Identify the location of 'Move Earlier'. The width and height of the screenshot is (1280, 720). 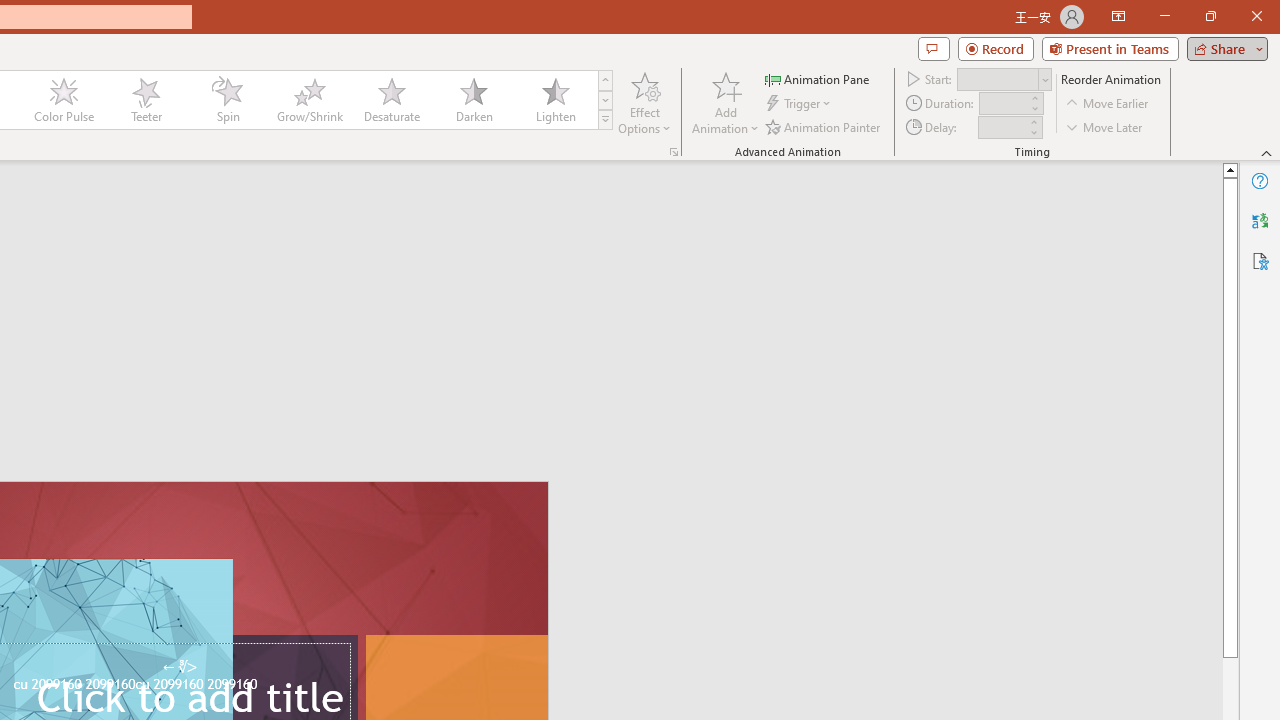
(1106, 103).